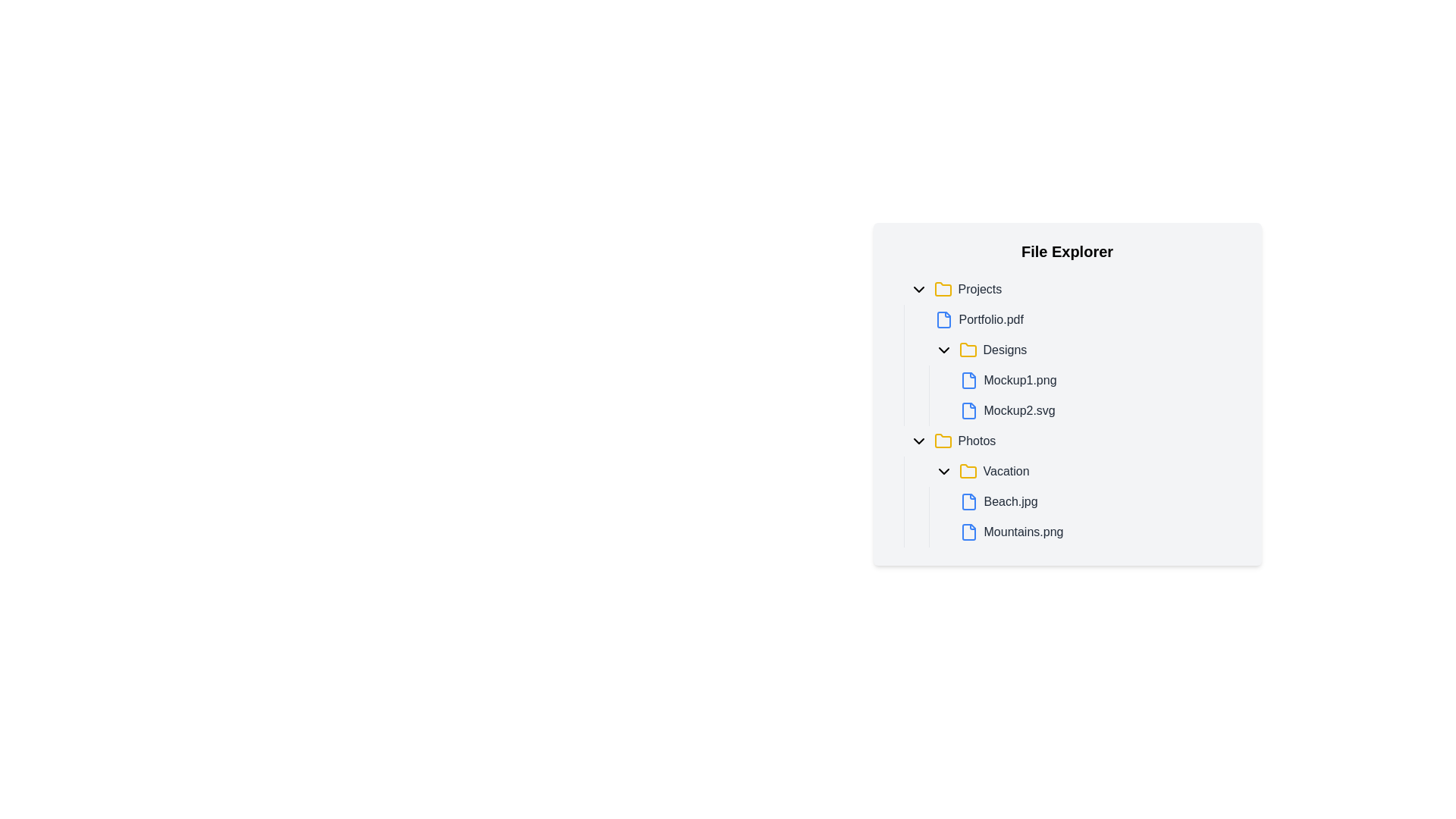 The image size is (1456, 819). Describe the element at coordinates (968, 411) in the screenshot. I see `the document icon representing the file 'Mockup2.svg' in the 'Designs' folder within the file explorer interface` at that location.